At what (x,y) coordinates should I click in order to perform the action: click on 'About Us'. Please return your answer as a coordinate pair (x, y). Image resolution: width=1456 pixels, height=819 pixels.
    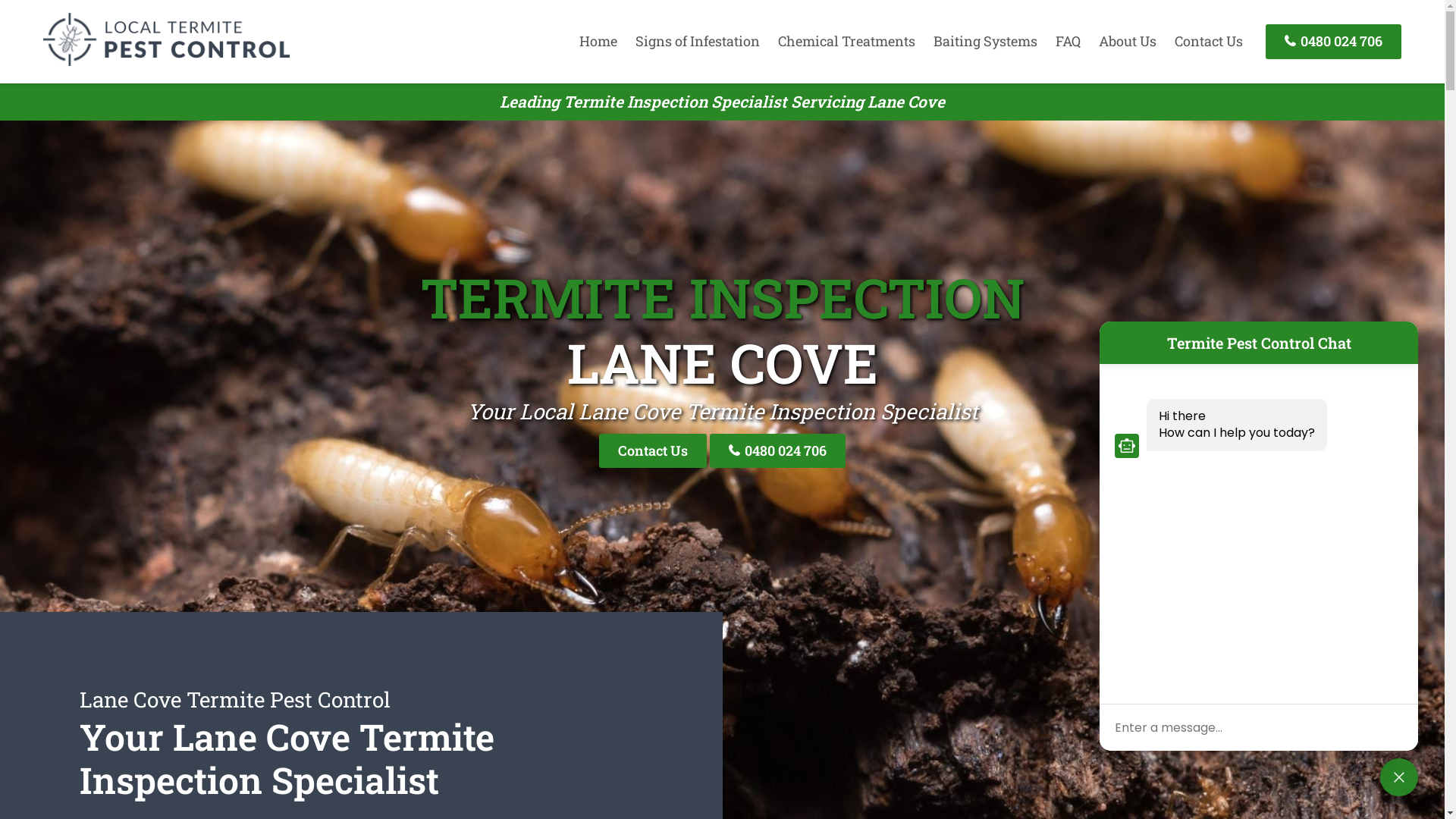
    Looking at the image, I should click on (1128, 40).